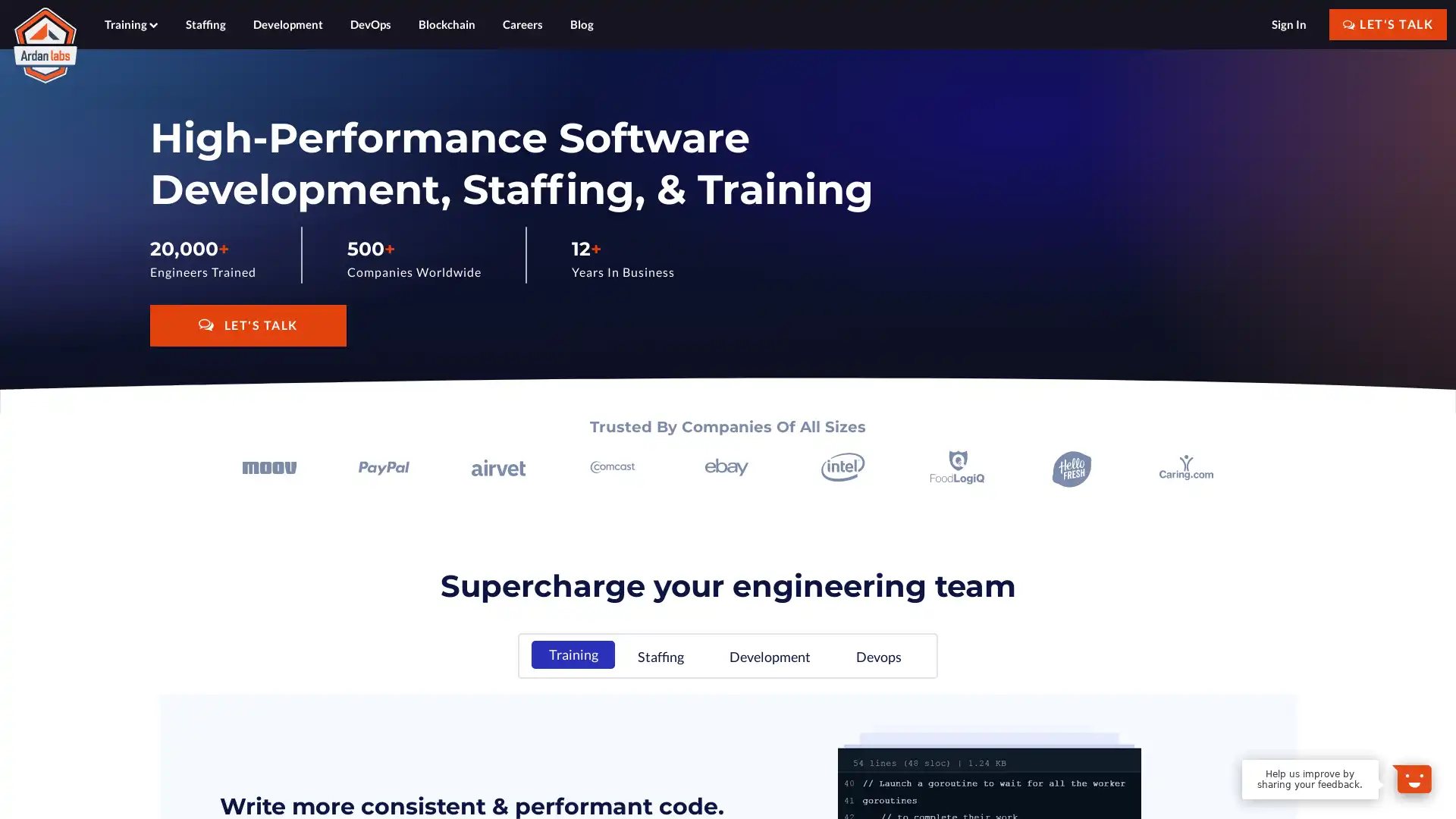 Image resolution: width=1456 pixels, height=819 pixels. What do you see at coordinates (1376, 761) in the screenshot?
I see `Dismiss Message` at bounding box center [1376, 761].